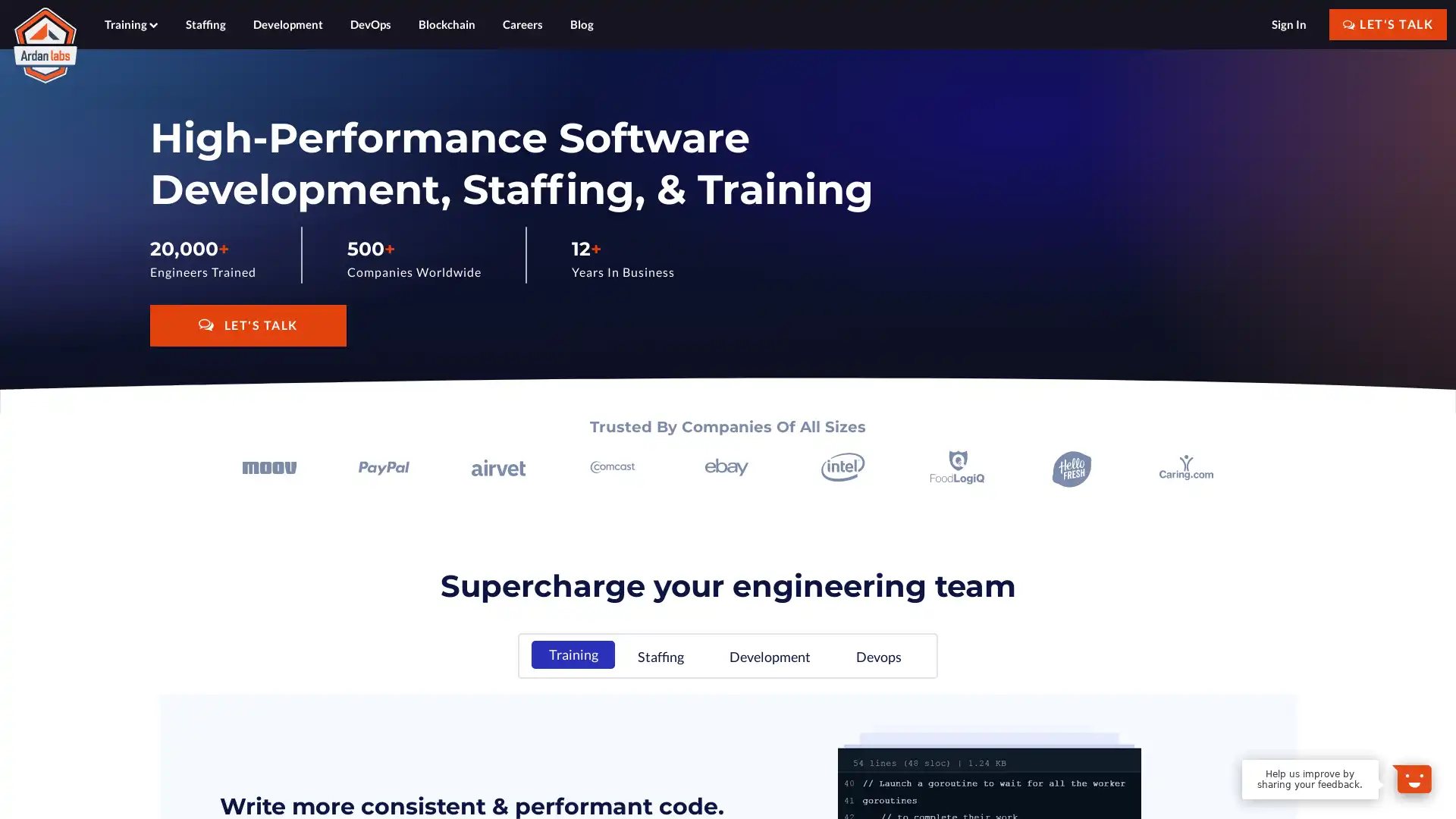 Image resolution: width=1456 pixels, height=819 pixels. What do you see at coordinates (1376, 761) in the screenshot?
I see `Dismiss Message` at bounding box center [1376, 761].